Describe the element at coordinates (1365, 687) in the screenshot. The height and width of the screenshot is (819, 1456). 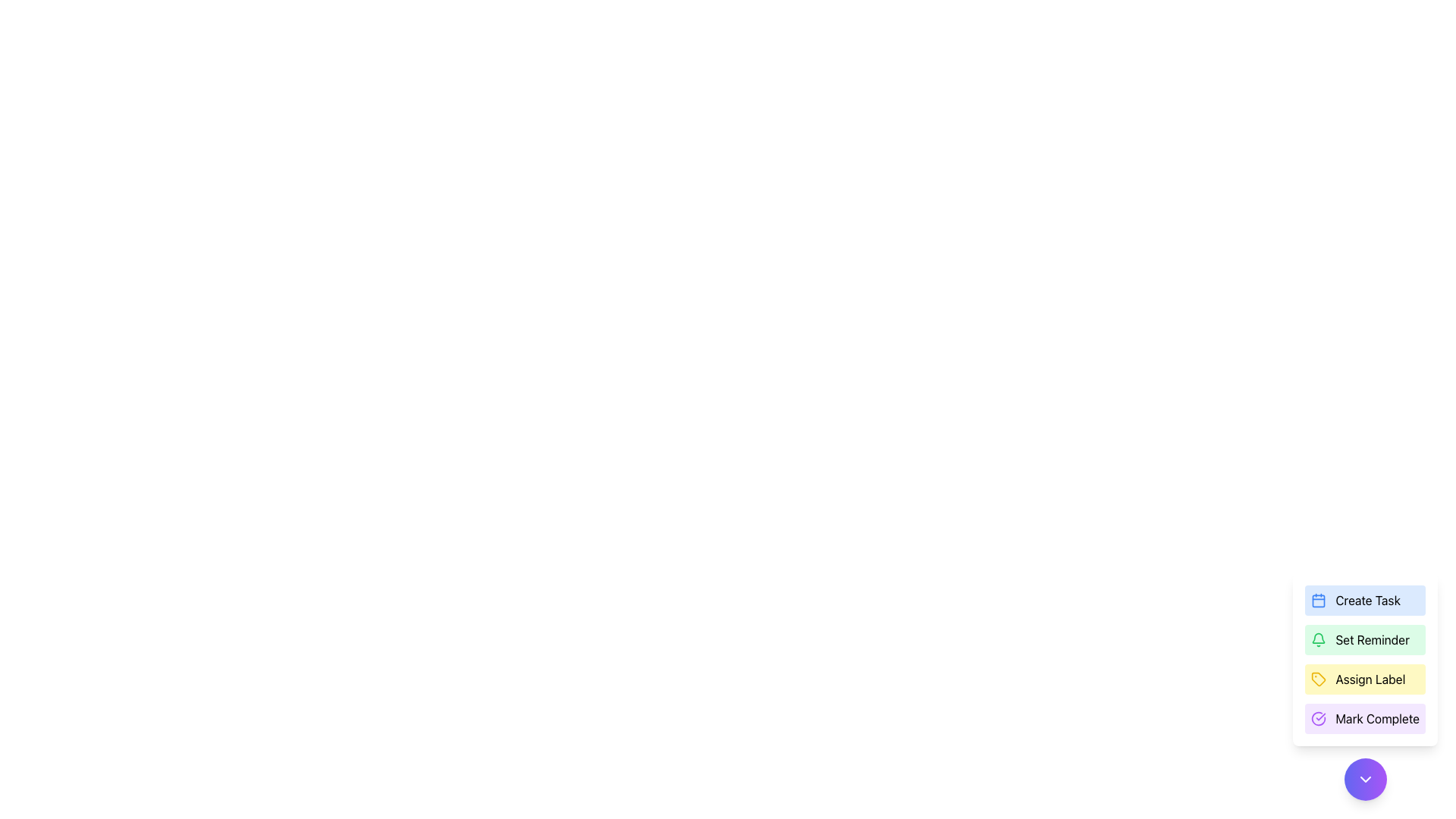
I see `the third button in the vertically aligned list of action buttons located in the bottom-right corner of the interface to assign a label` at that location.